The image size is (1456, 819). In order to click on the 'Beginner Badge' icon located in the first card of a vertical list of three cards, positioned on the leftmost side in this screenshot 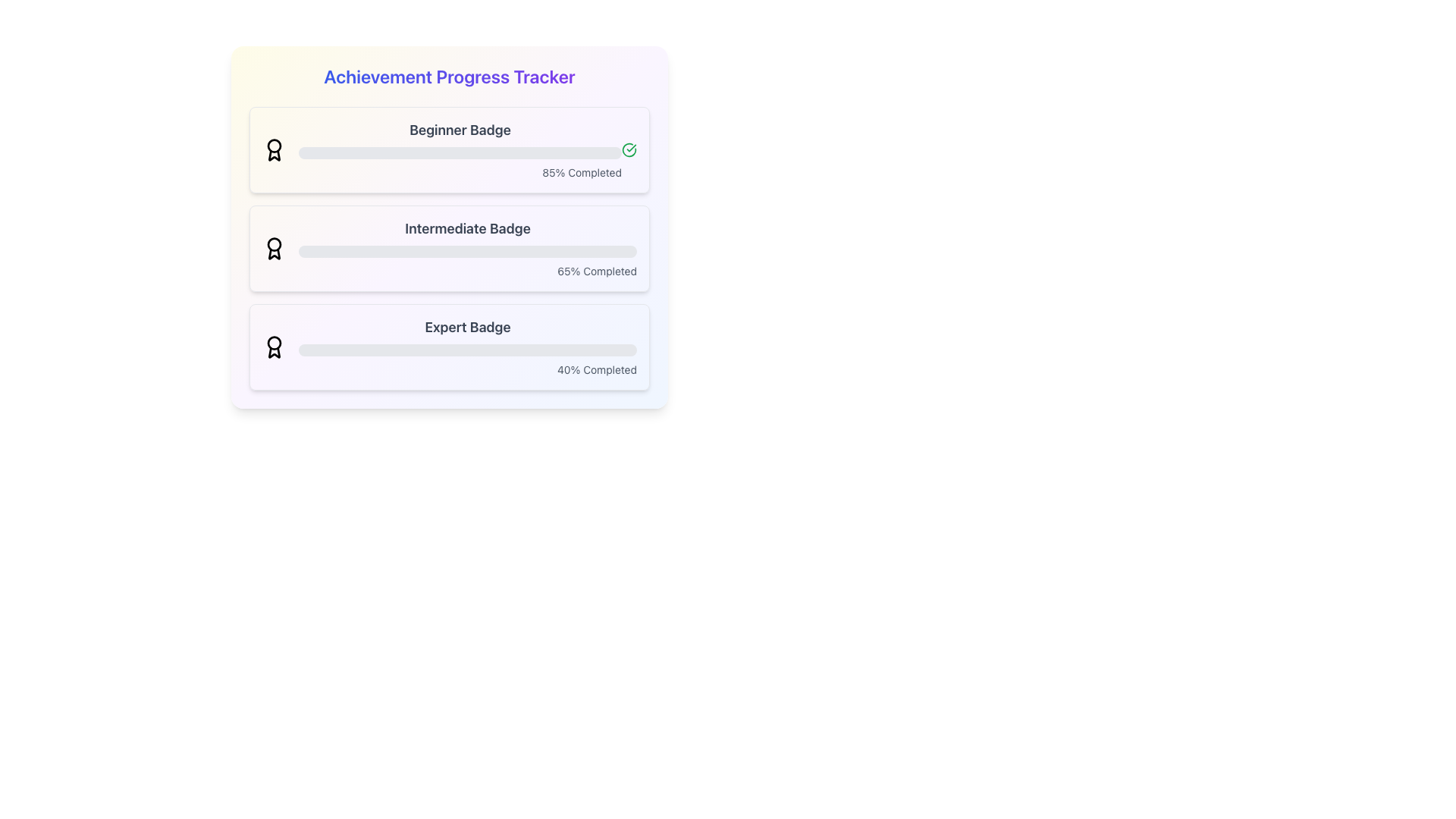, I will do `click(274, 146)`.